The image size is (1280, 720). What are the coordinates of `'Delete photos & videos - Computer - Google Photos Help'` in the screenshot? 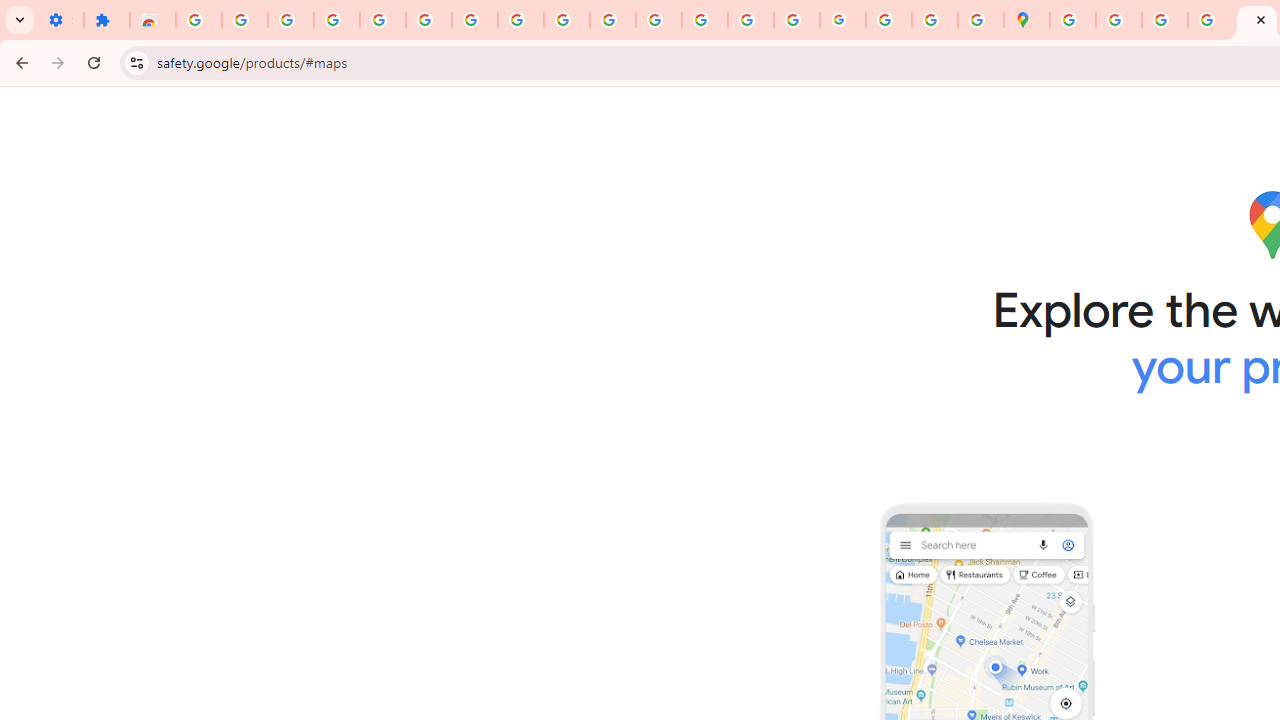 It's located at (289, 20).